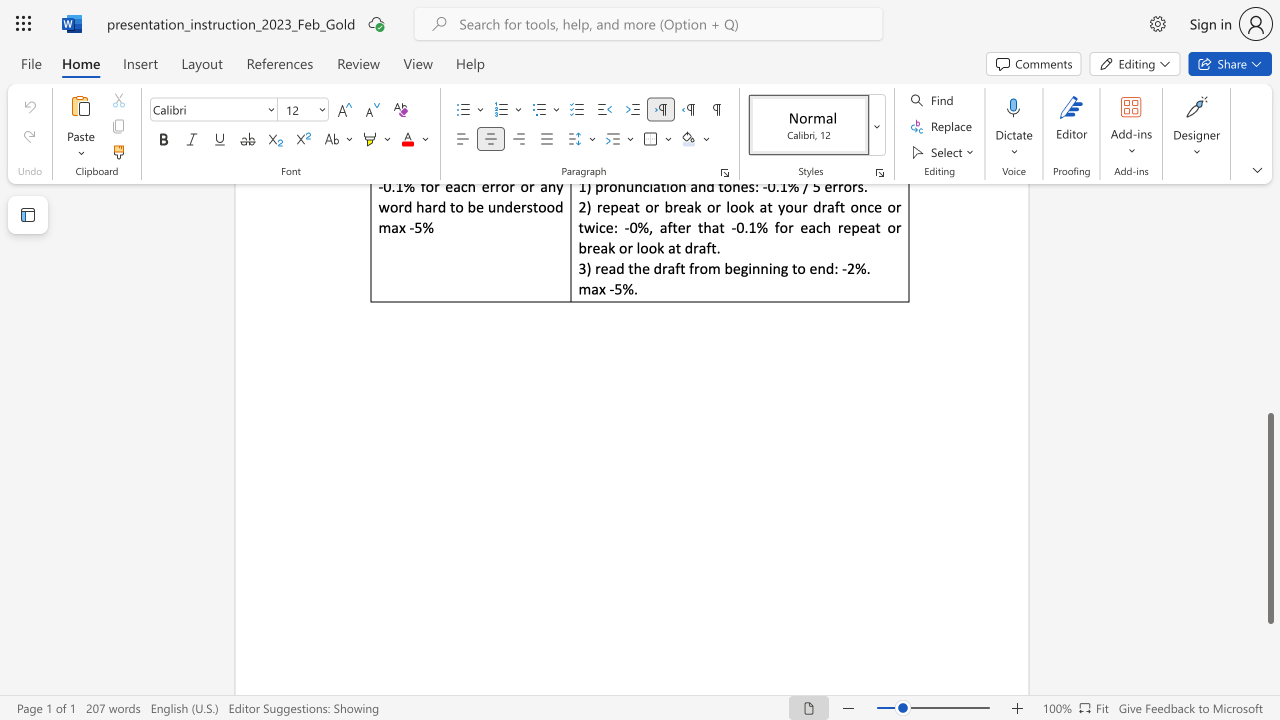  What do you see at coordinates (1269, 338) in the screenshot?
I see `the scrollbar on the right` at bounding box center [1269, 338].